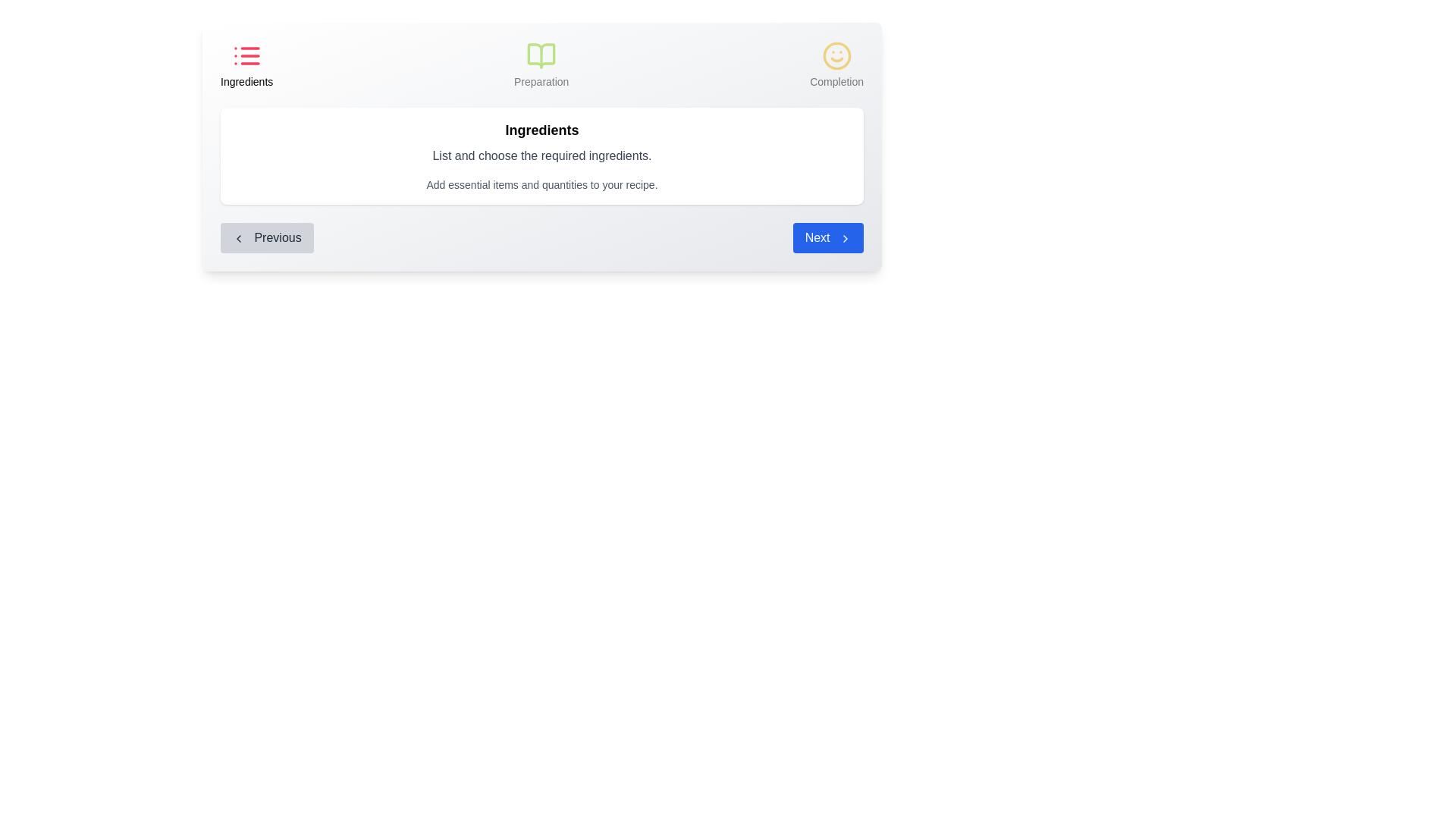 This screenshot has width=1456, height=819. Describe the element at coordinates (541, 82) in the screenshot. I see `the text label that reads 'Preparation', which is styled in medium weight typography and located beneath a lime green book icon` at that location.